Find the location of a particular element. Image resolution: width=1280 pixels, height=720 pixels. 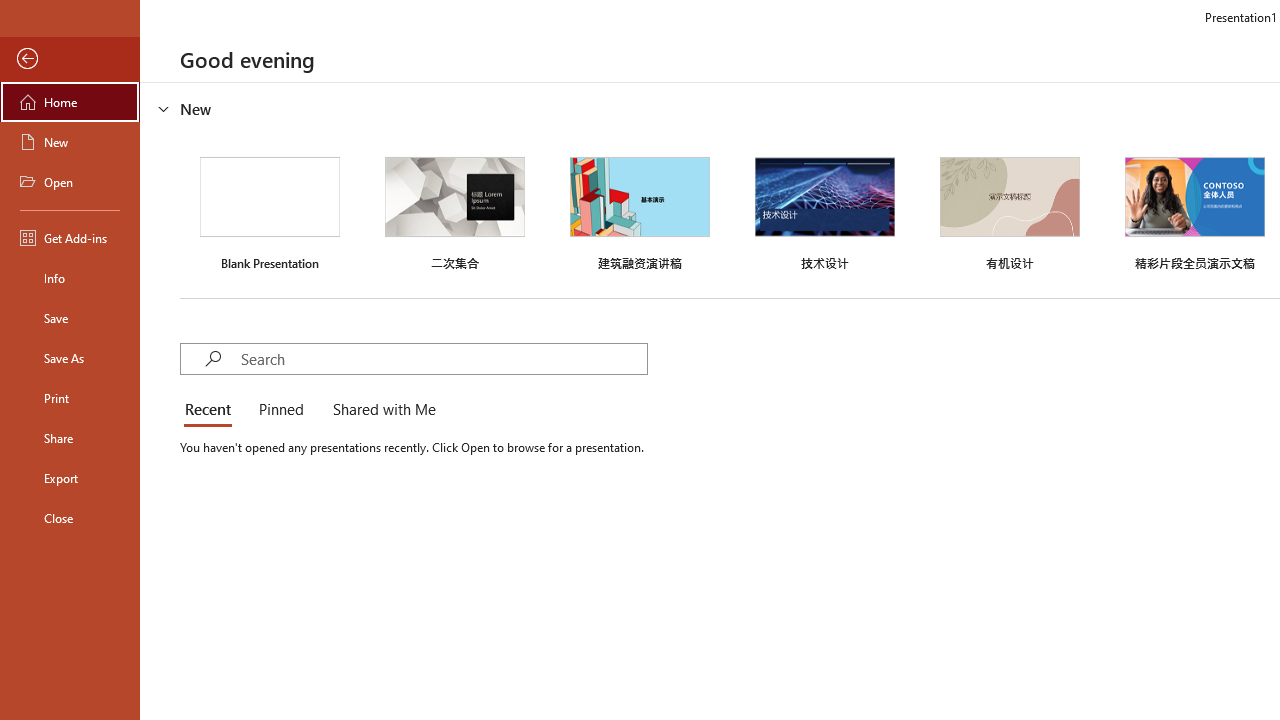

'Back' is located at coordinates (69, 58).